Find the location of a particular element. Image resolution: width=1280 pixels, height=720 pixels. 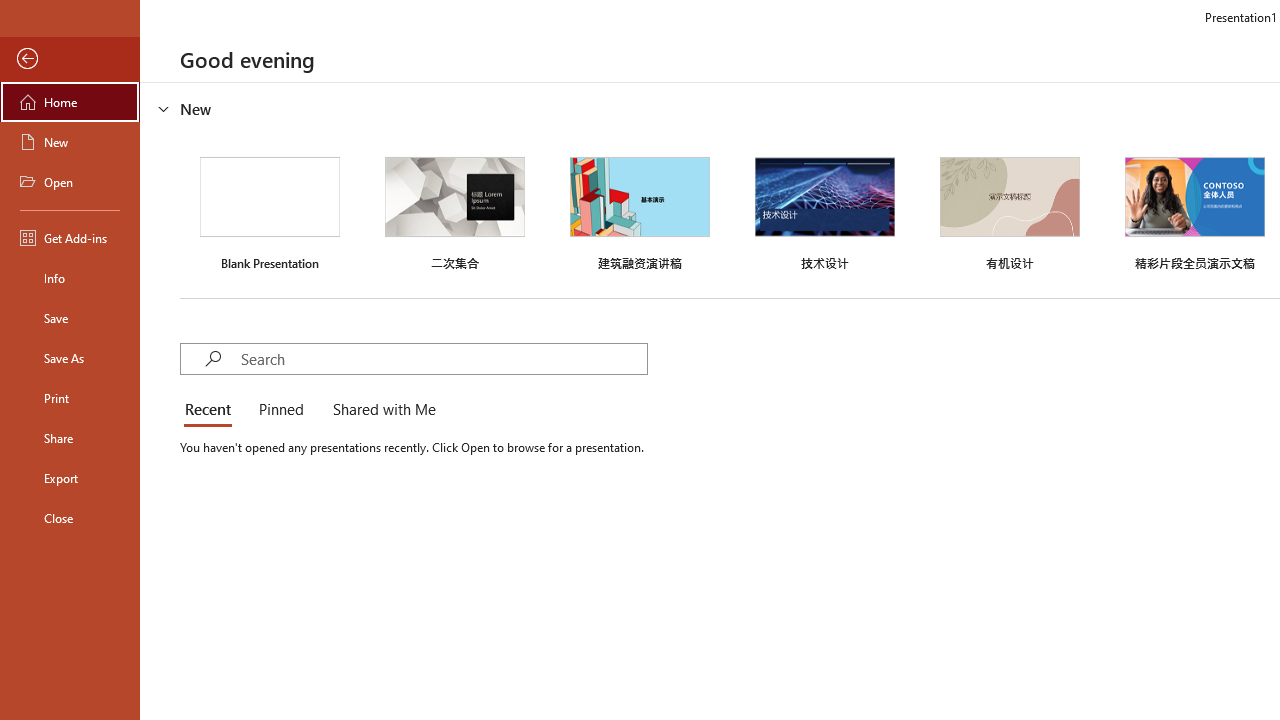

'Back' is located at coordinates (69, 58).